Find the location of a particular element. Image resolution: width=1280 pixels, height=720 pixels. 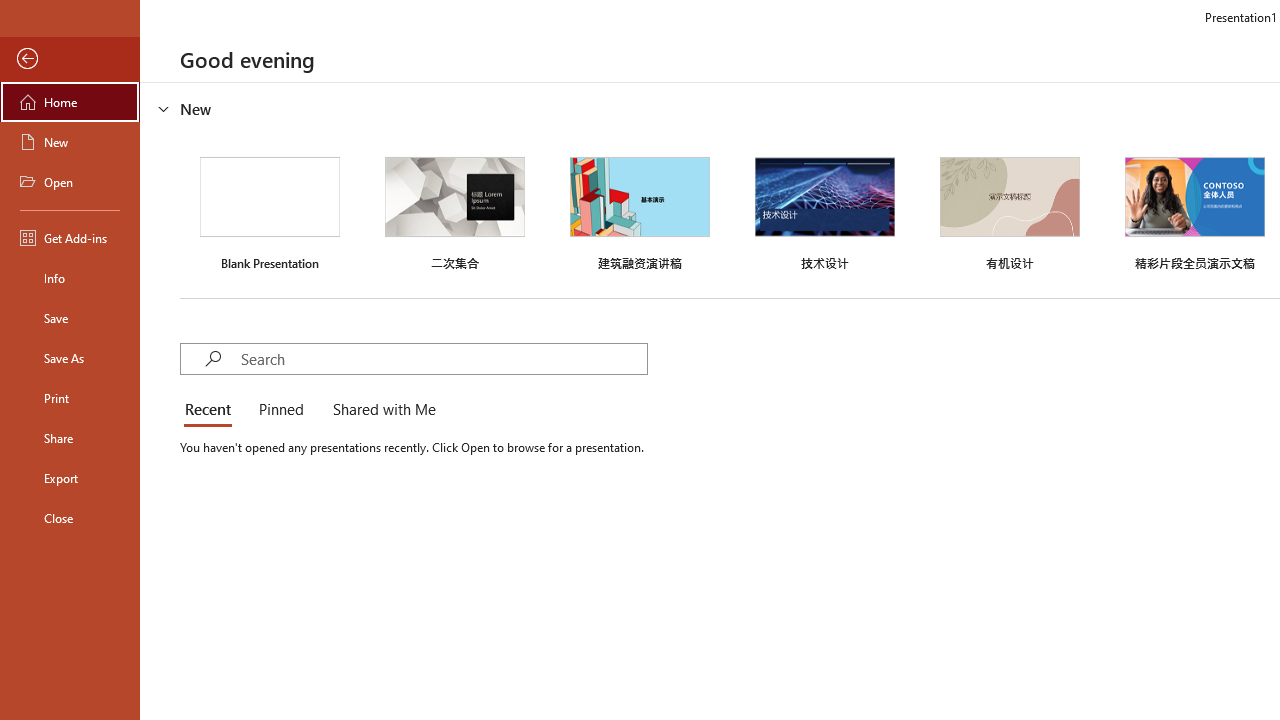

'Back' is located at coordinates (69, 58).